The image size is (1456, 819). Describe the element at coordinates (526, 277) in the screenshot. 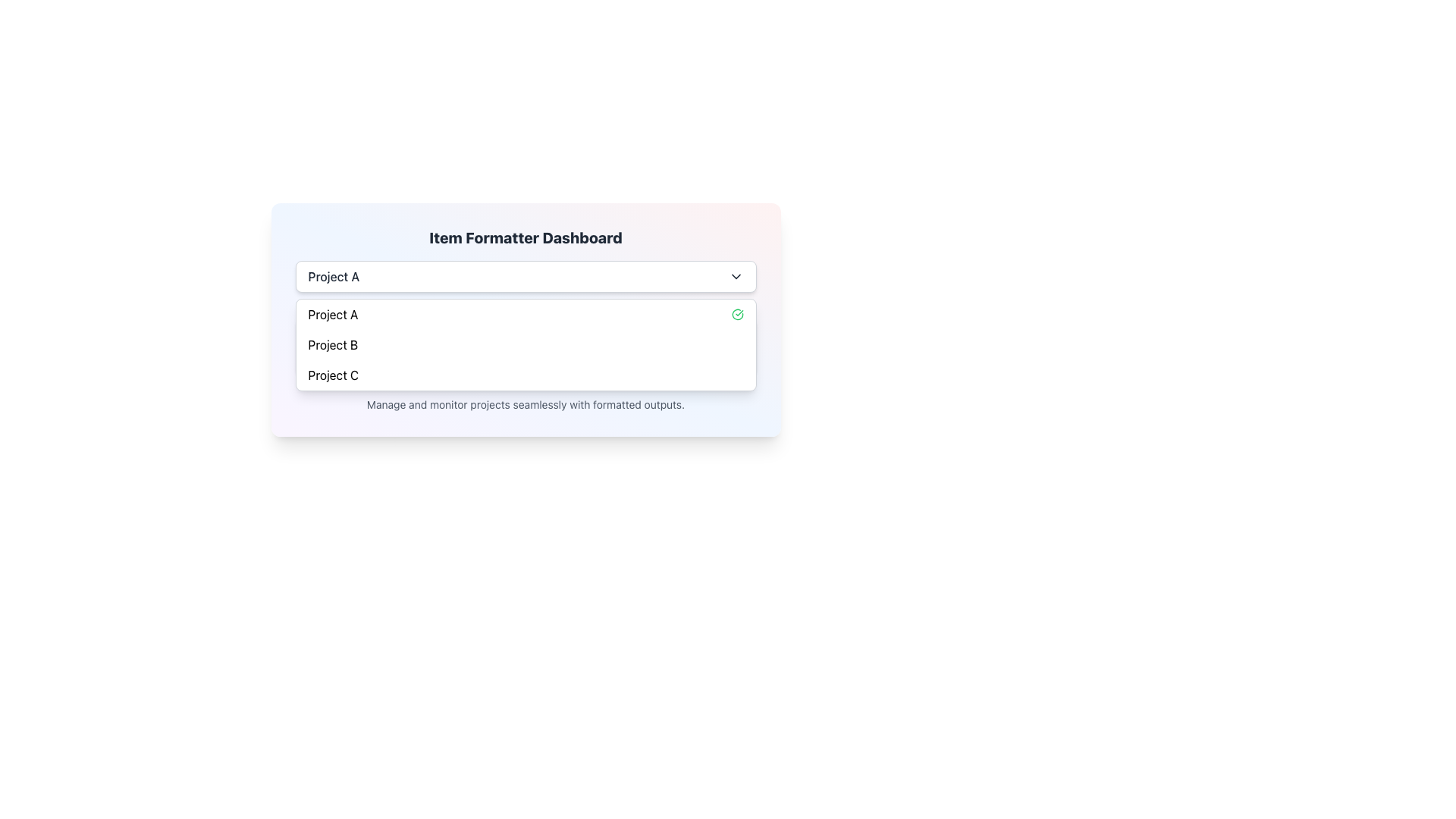

I see `the dropdown menu displaying 'Project A'` at that location.